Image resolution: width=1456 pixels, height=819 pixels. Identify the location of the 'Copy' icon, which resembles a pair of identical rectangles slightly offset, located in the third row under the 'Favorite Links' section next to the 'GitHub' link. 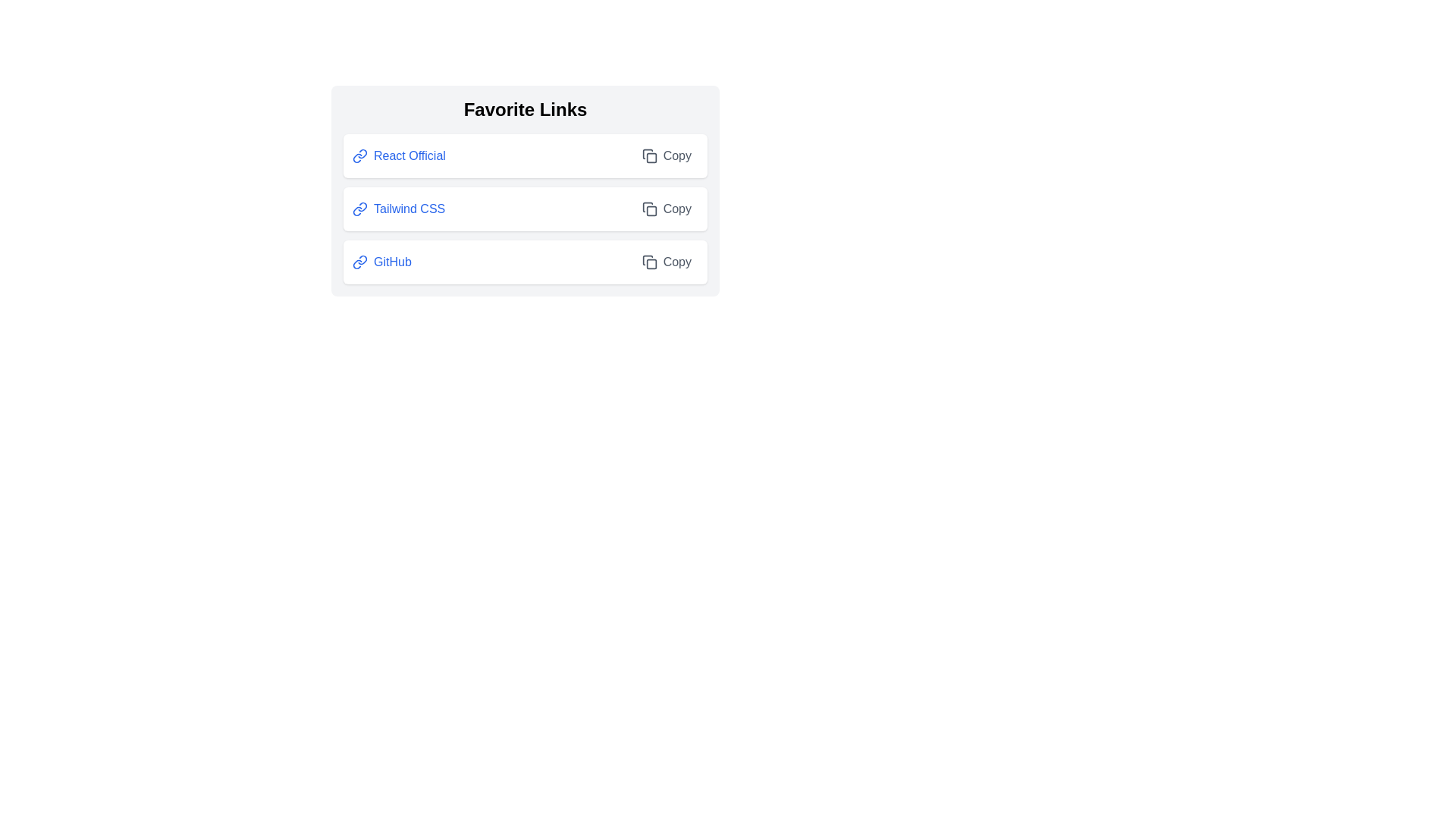
(649, 262).